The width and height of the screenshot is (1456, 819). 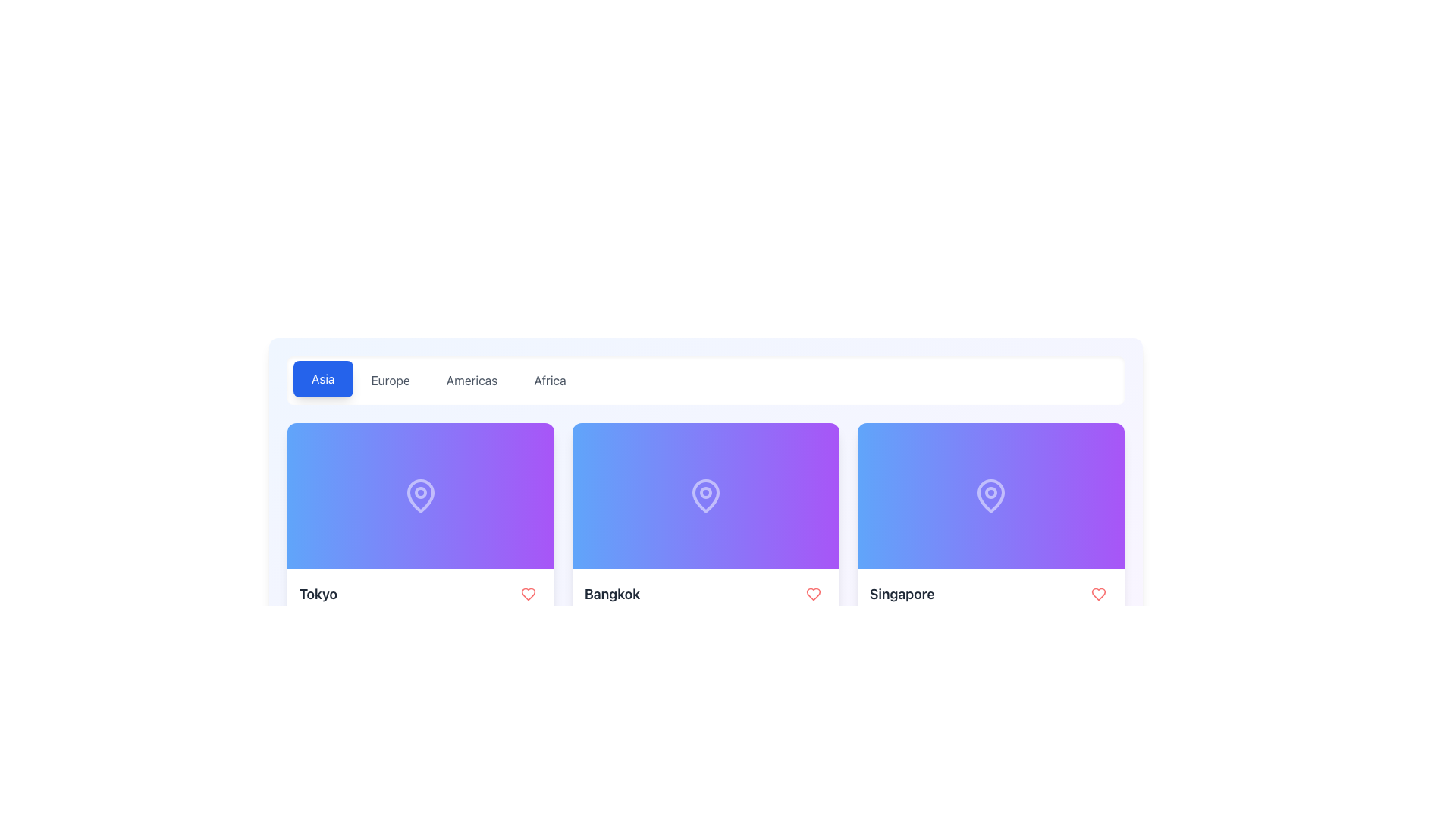 What do you see at coordinates (902, 593) in the screenshot?
I see `the text label displaying 'Singapore', which is styled with a bold font and dark color, located at the bottom of a card-like component, to the left of a heart-shaped icon` at bounding box center [902, 593].